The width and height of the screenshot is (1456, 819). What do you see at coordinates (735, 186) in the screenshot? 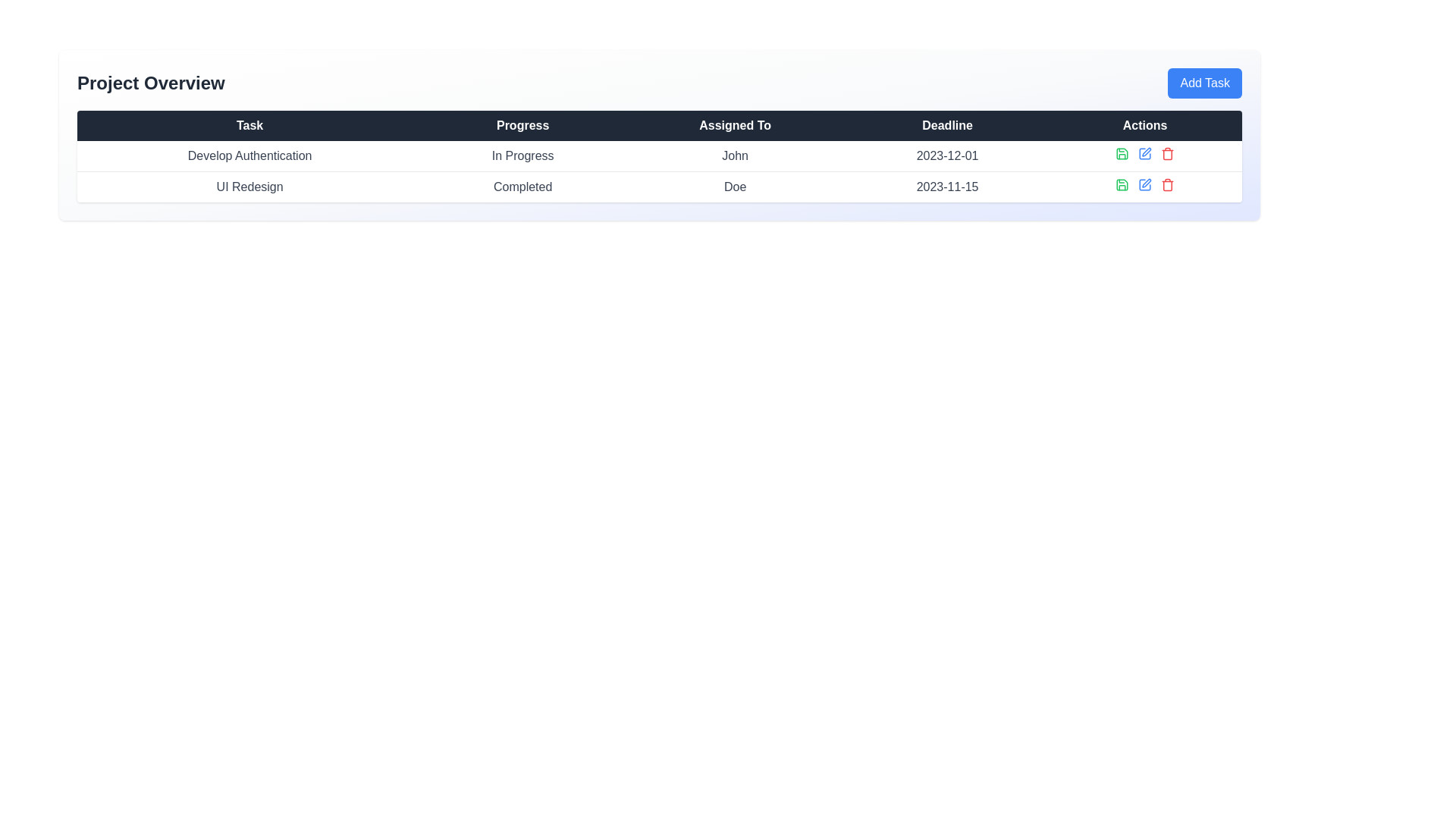
I see `the static text label displaying 'Doe' in the 'Assigned To' column under the 'UI Redesign' row` at bounding box center [735, 186].